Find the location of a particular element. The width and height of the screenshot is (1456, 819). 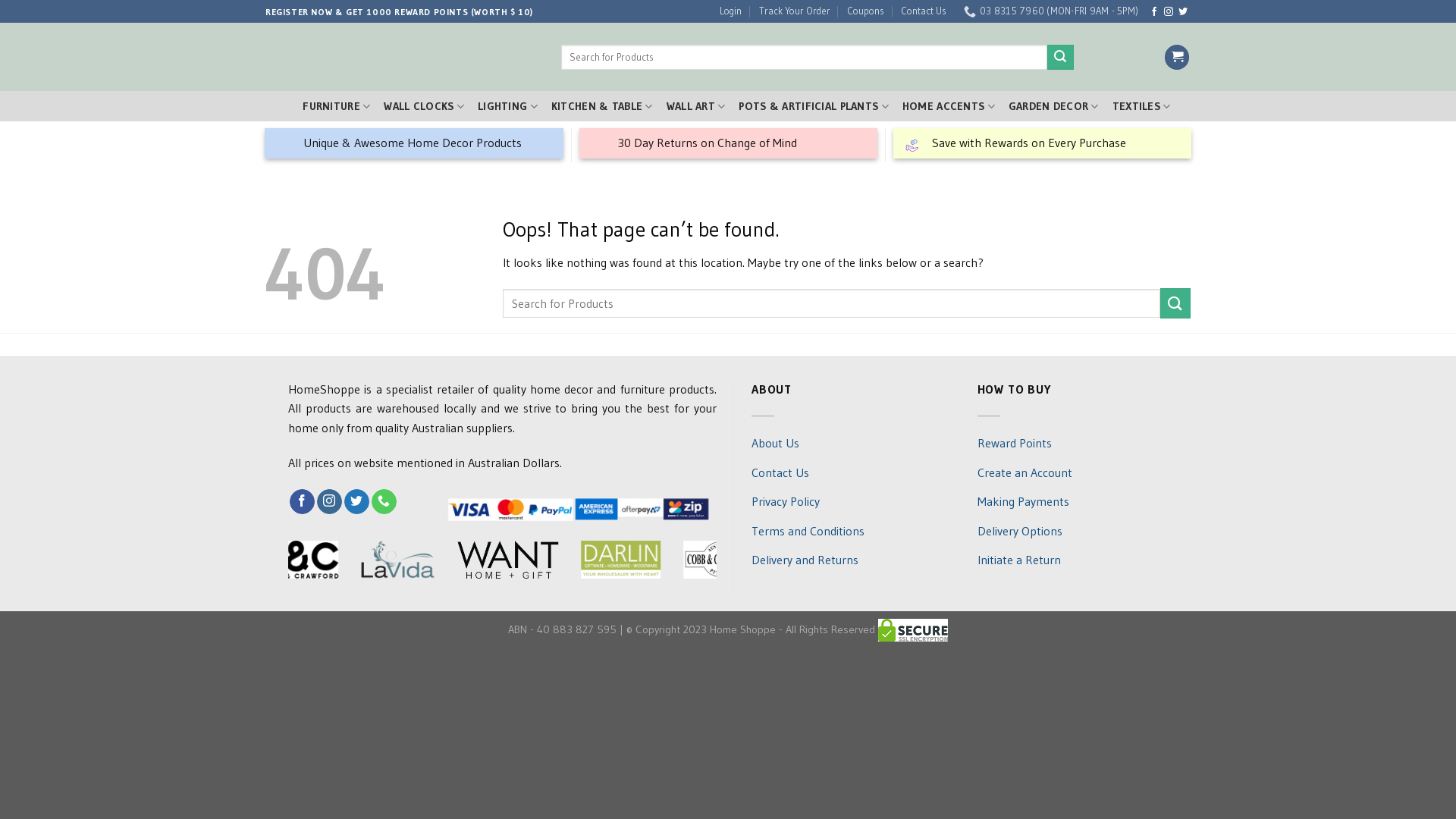

'Coupons' is located at coordinates (840, 11).